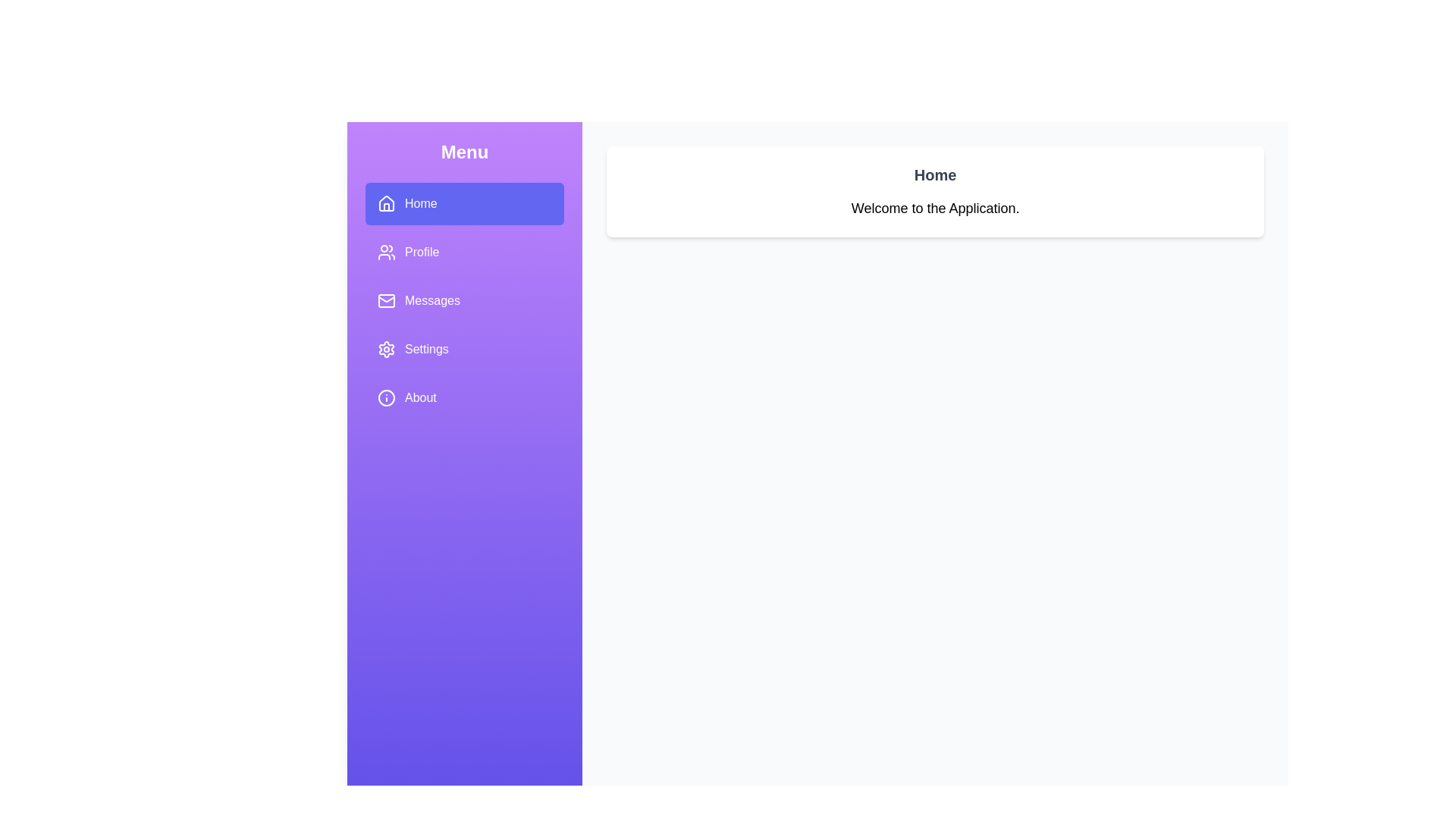 The width and height of the screenshot is (1456, 819). What do you see at coordinates (464, 152) in the screenshot?
I see `text content of the 'Menu' header label, which is displayed in bold, large font with a light purple background and white text, located at the top of the vertical menu on the left side of the interface` at bounding box center [464, 152].